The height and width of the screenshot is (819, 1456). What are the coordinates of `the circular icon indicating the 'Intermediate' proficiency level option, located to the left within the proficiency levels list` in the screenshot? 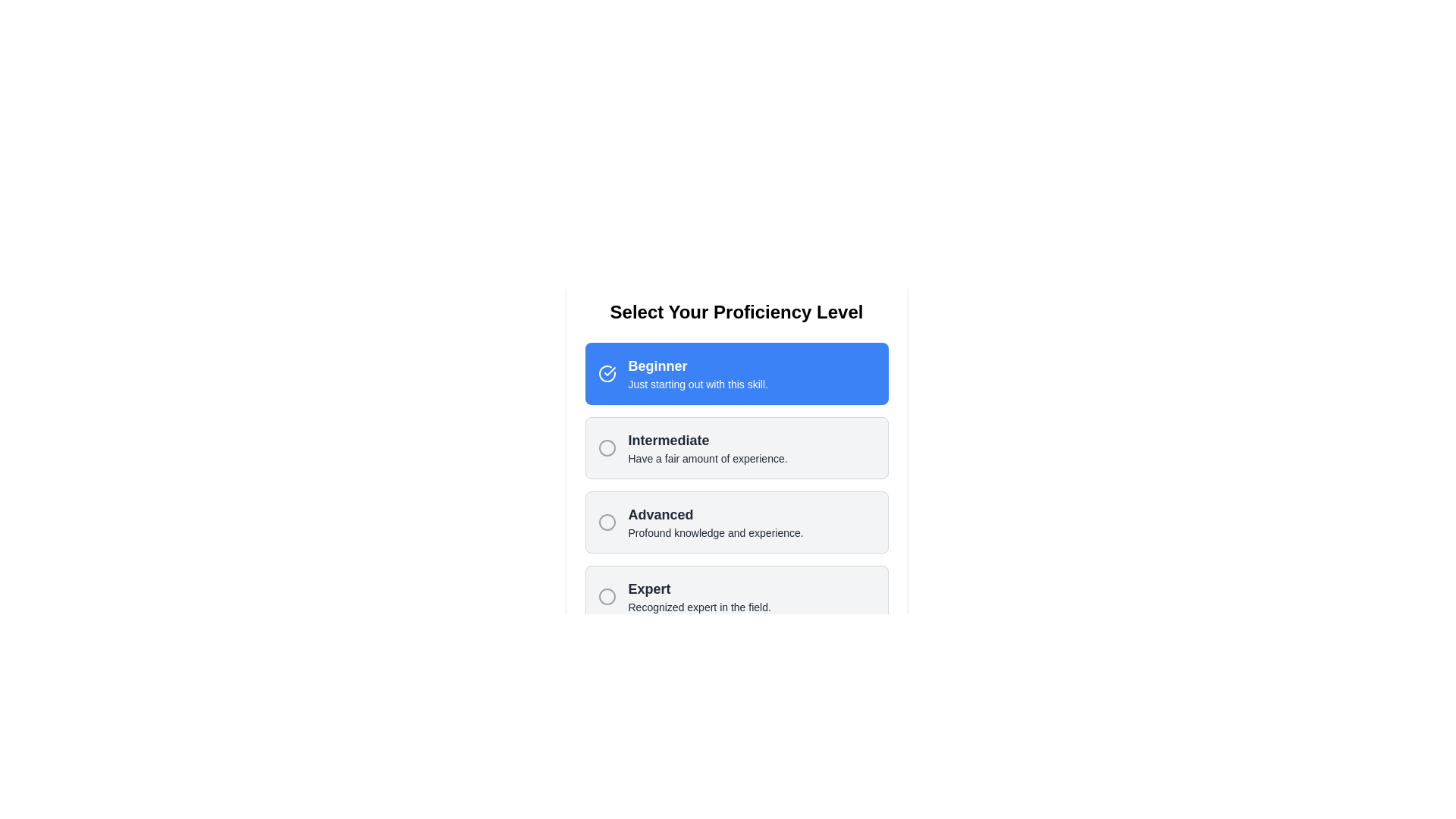 It's located at (607, 447).